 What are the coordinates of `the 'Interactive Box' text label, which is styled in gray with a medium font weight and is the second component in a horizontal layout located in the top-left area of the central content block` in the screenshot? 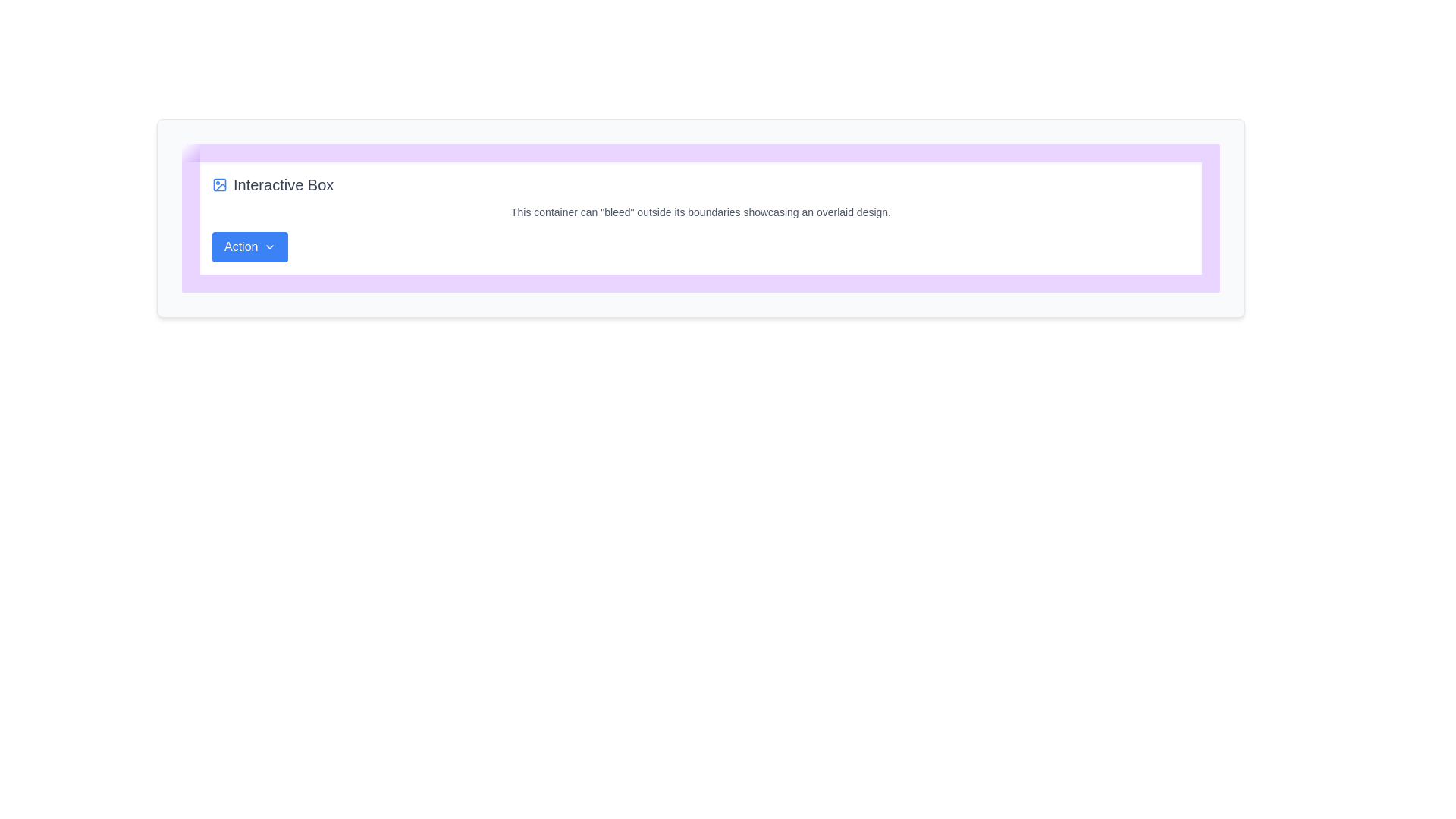 It's located at (284, 184).